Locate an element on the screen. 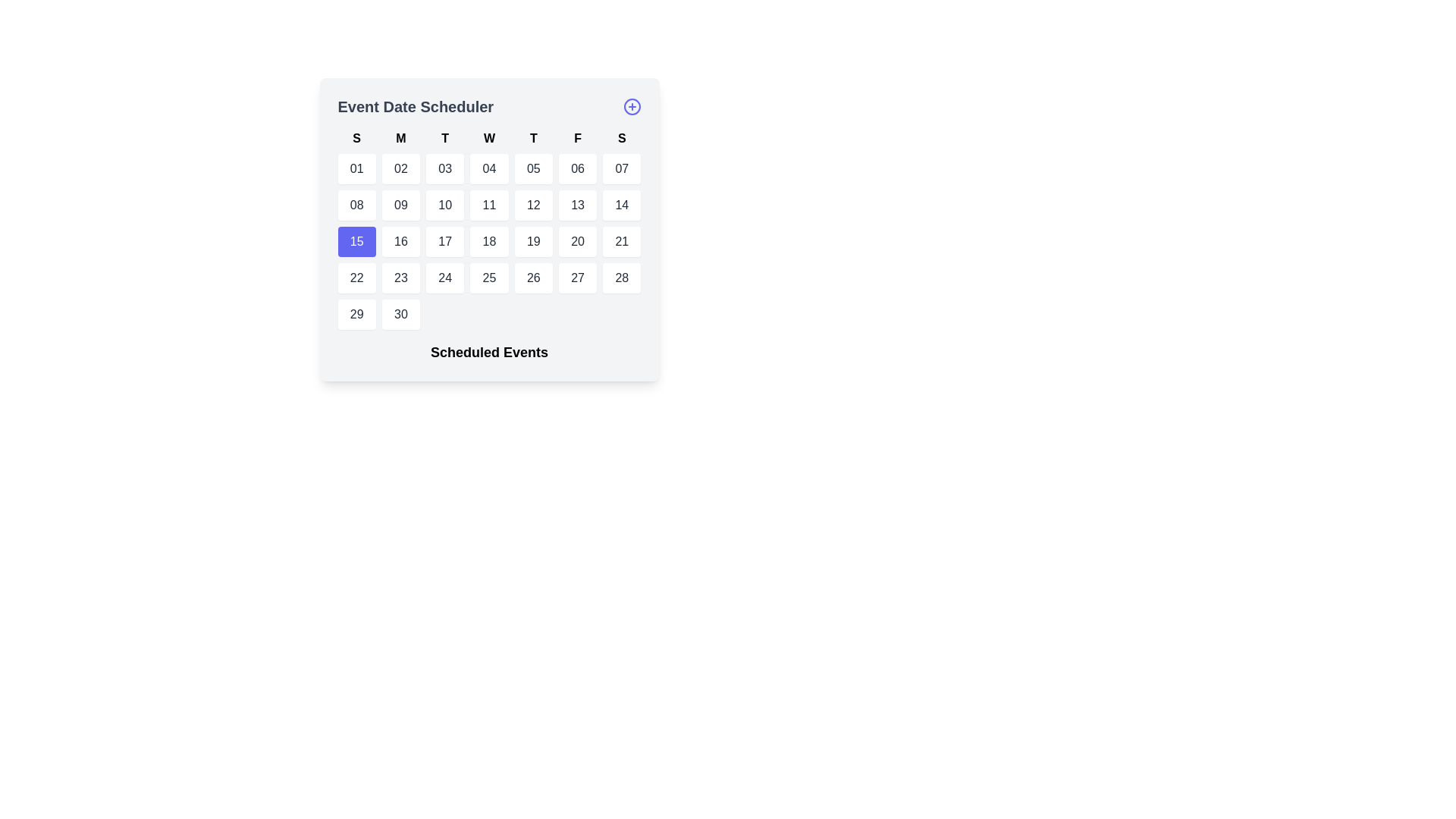 The height and width of the screenshot is (819, 1456). the bolded letter 'T' in the header of the Event Date Scheduler calendar layout, which represents Tuesday is located at coordinates (533, 138).